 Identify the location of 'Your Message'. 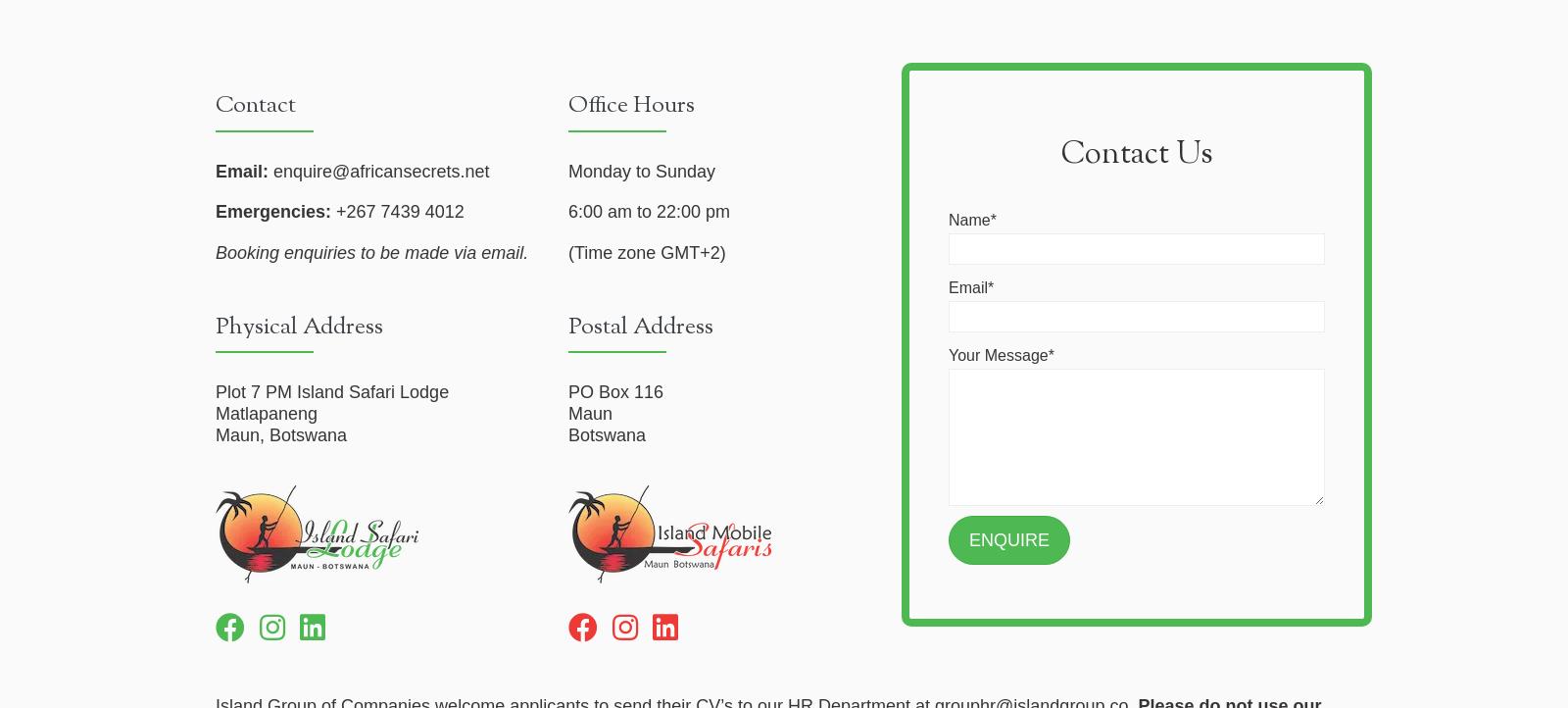
(948, 355).